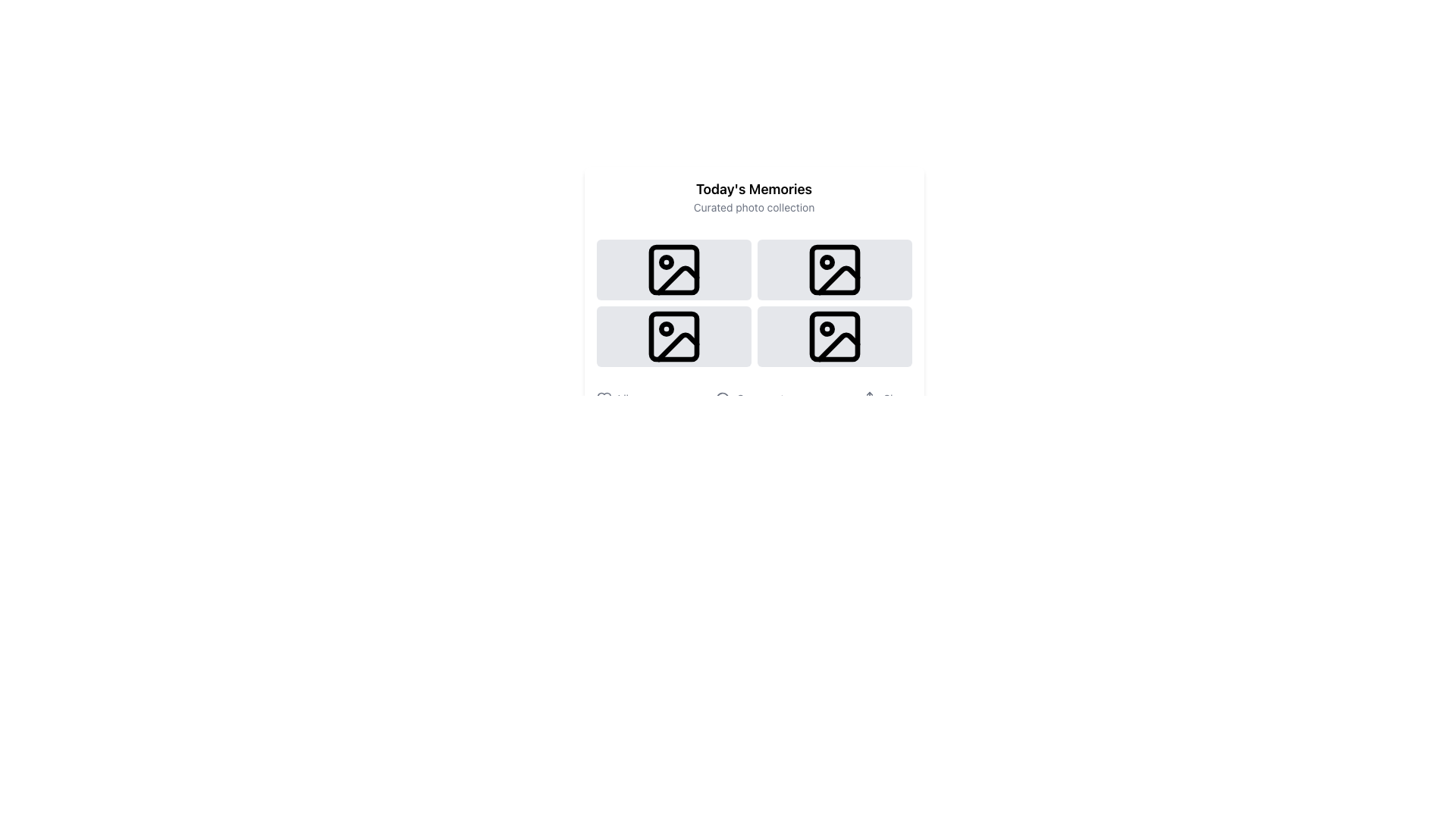  What do you see at coordinates (749, 397) in the screenshot?
I see `the 'Comment' button, which is the second button in a horizontal group of three` at bounding box center [749, 397].